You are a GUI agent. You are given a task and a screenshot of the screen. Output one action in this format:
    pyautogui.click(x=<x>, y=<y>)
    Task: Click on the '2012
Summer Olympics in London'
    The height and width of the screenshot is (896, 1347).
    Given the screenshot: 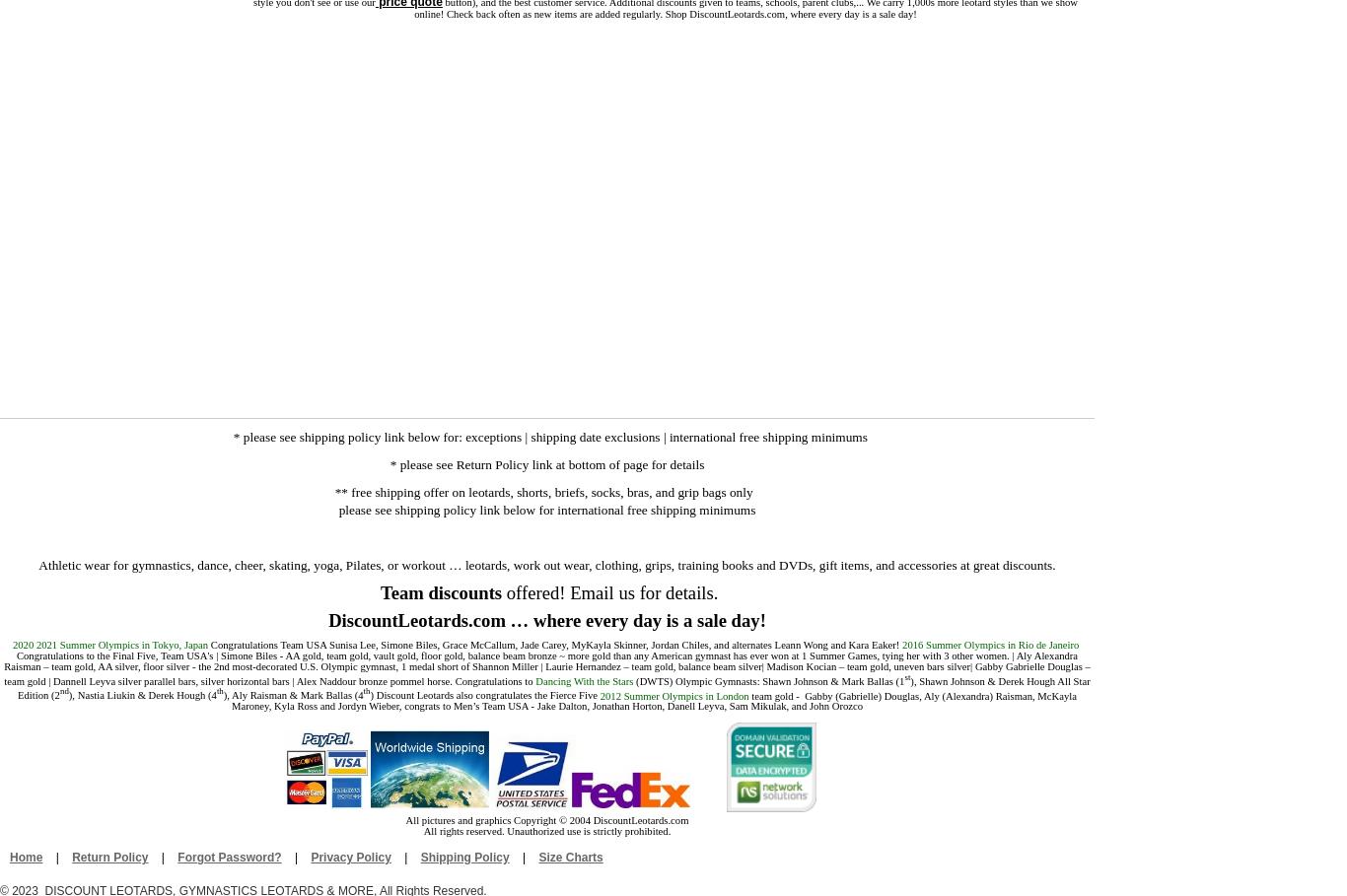 What is the action you would take?
    pyautogui.click(x=675, y=694)
    